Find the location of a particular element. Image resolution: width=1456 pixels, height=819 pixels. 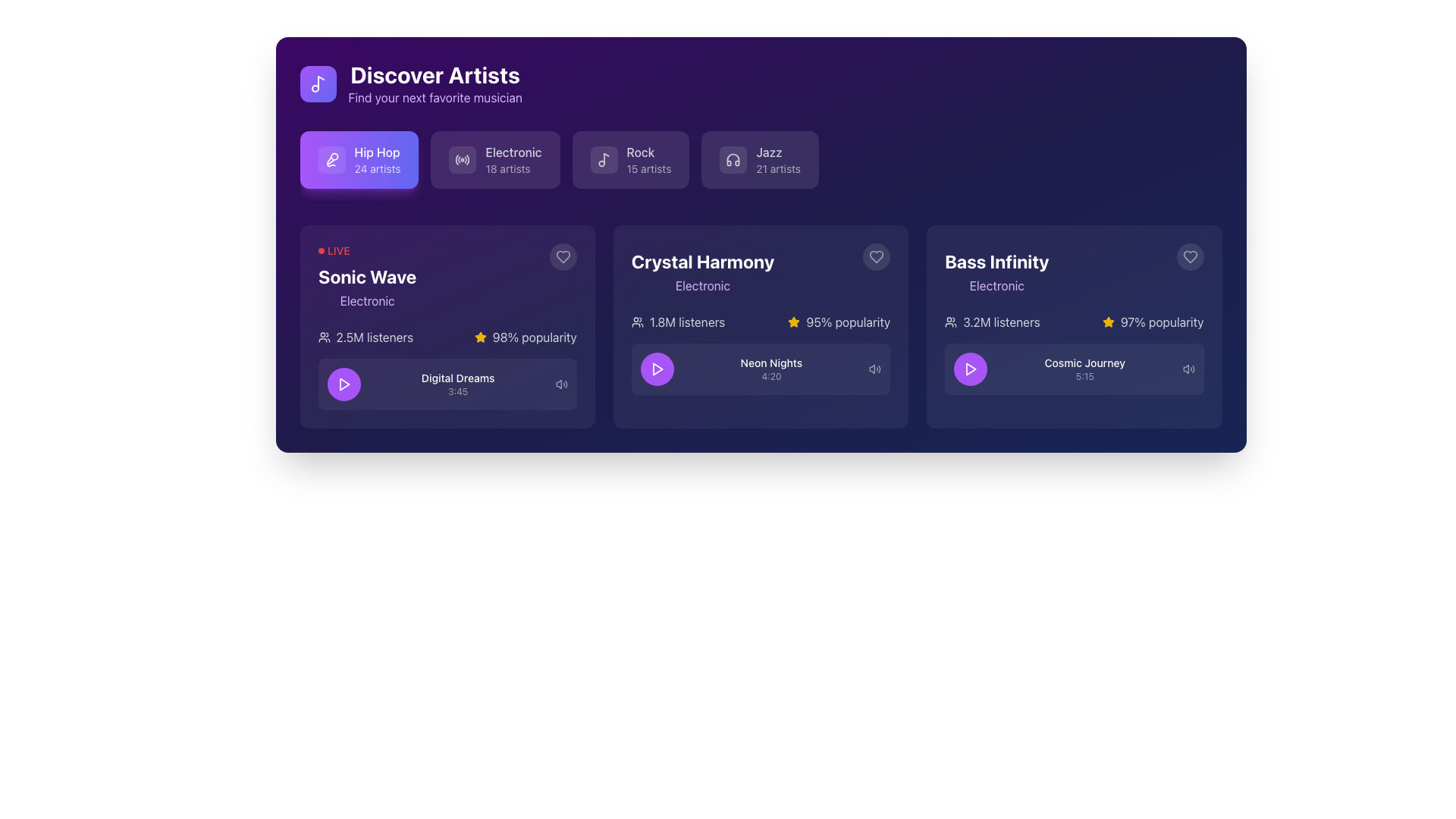

the favorite button represented by a hollow heart icon in the top-right corner of the 'Crystal Harmony' music card is located at coordinates (877, 256).